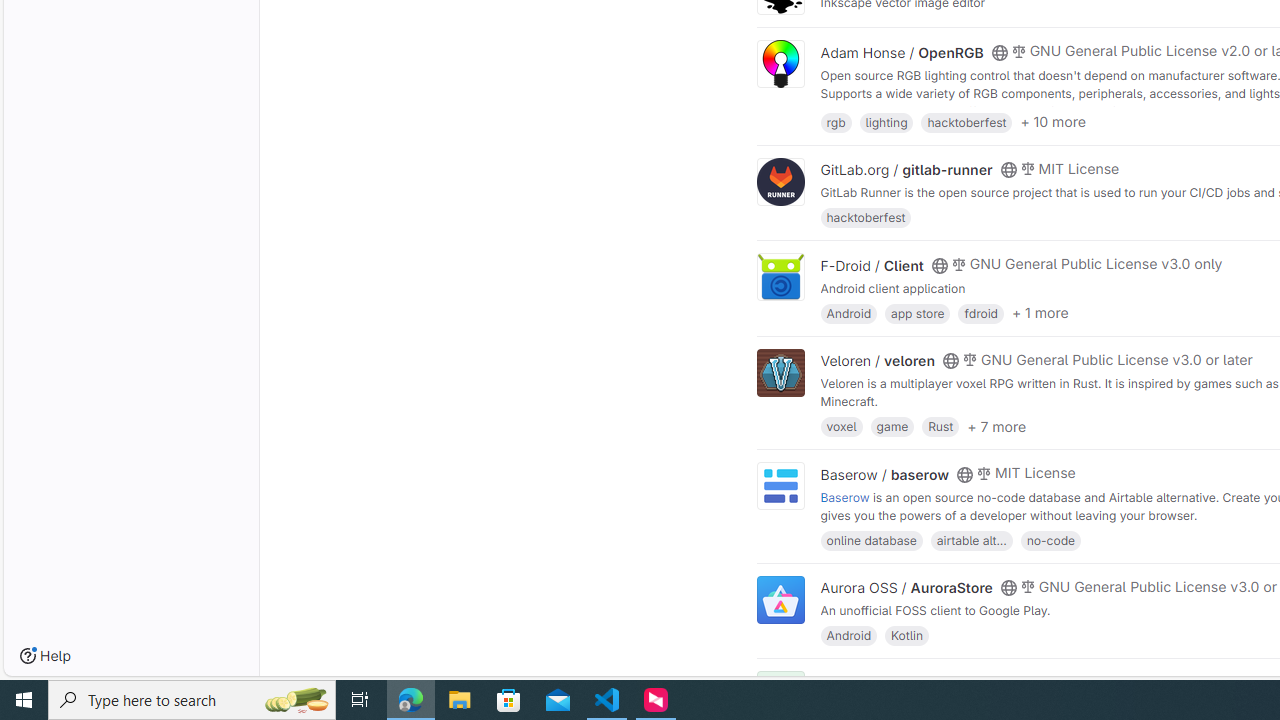 This screenshot has width=1280, height=720. What do you see at coordinates (836, 121) in the screenshot?
I see `'rgb'` at bounding box center [836, 121].